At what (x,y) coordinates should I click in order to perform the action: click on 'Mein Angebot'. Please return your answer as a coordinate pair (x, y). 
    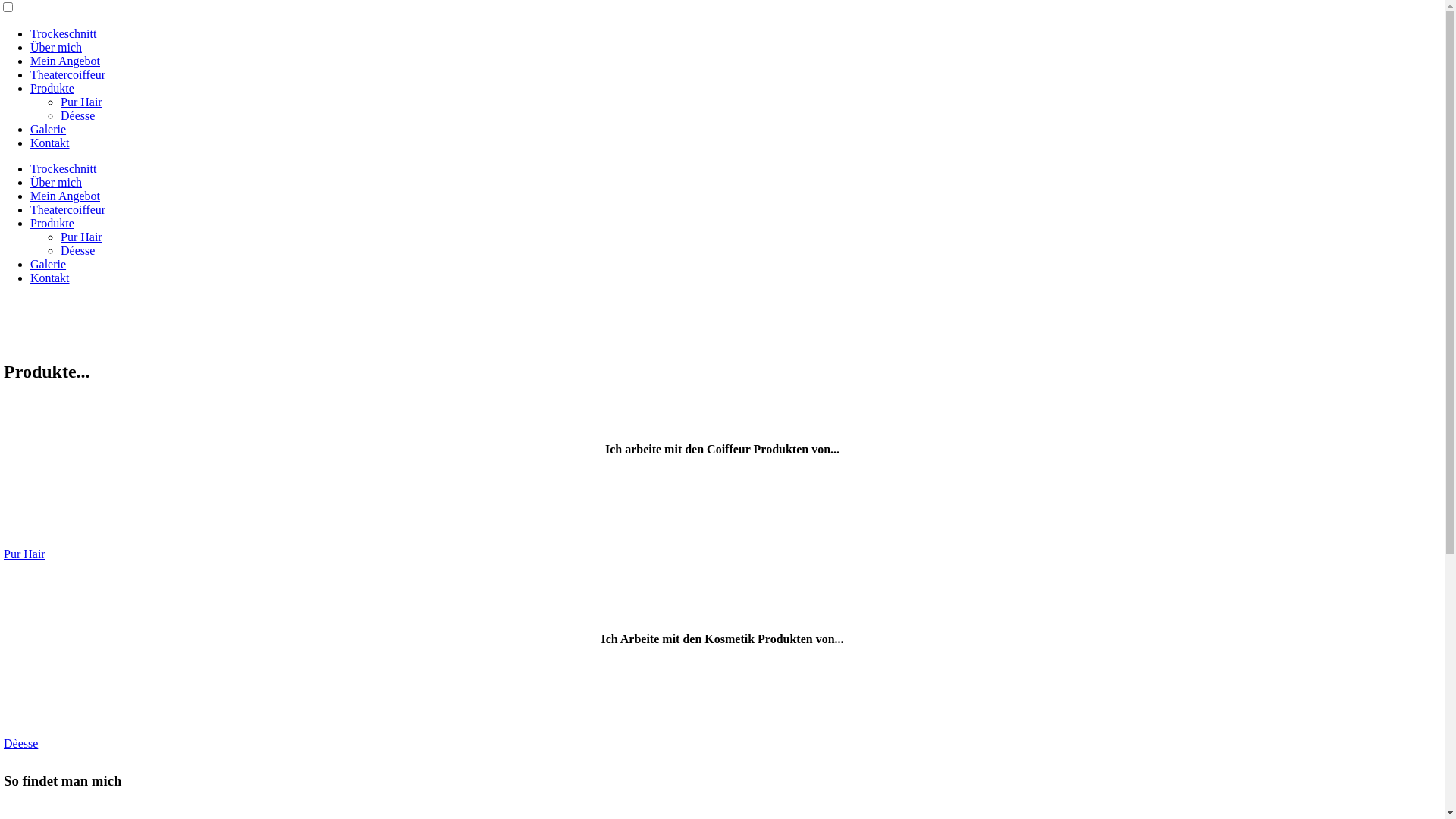
    Looking at the image, I should click on (30, 195).